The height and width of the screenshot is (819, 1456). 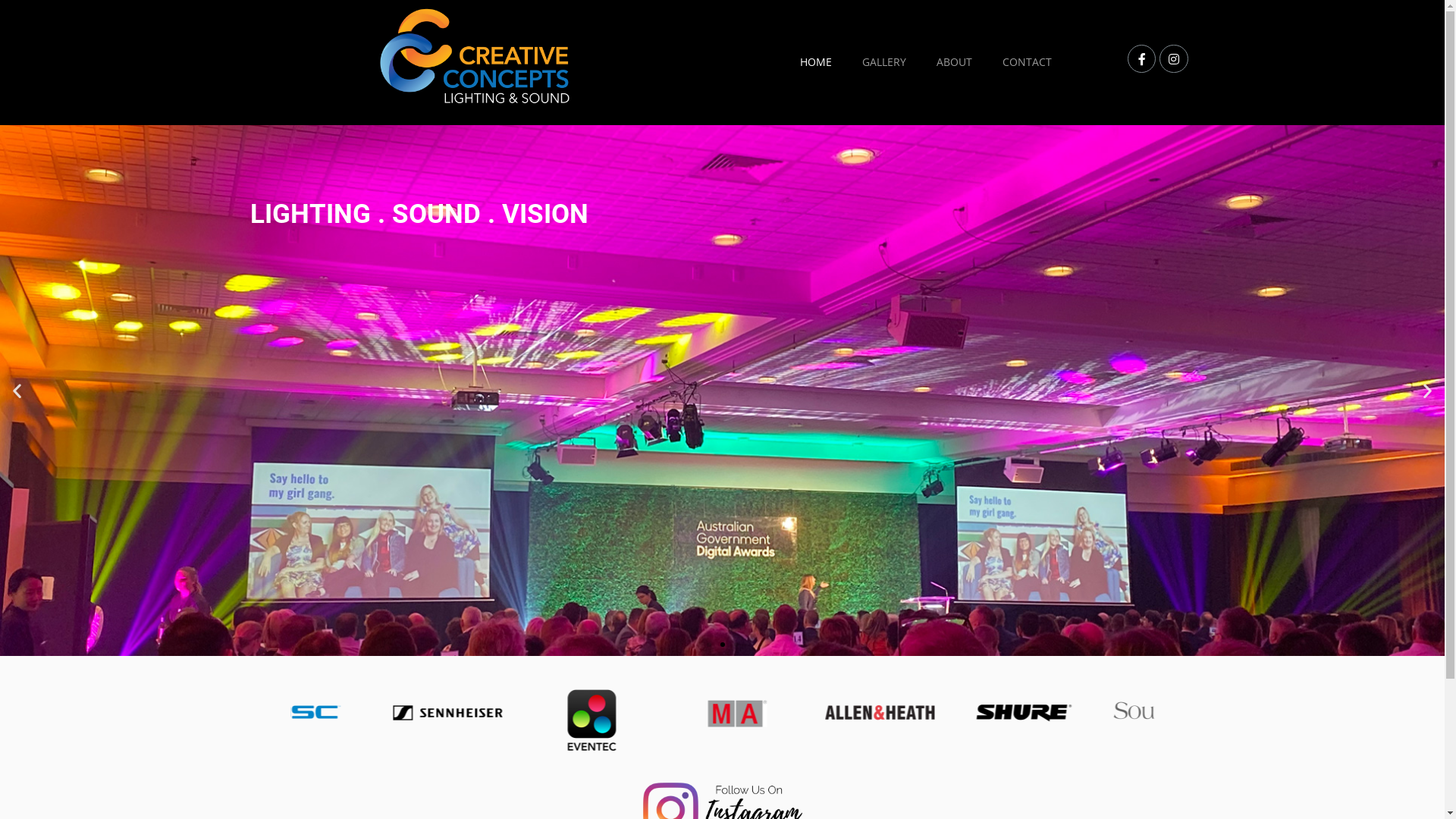 What do you see at coordinates (1027, 61) in the screenshot?
I see `'CONTACT'` at bounding box center [1027, 61].